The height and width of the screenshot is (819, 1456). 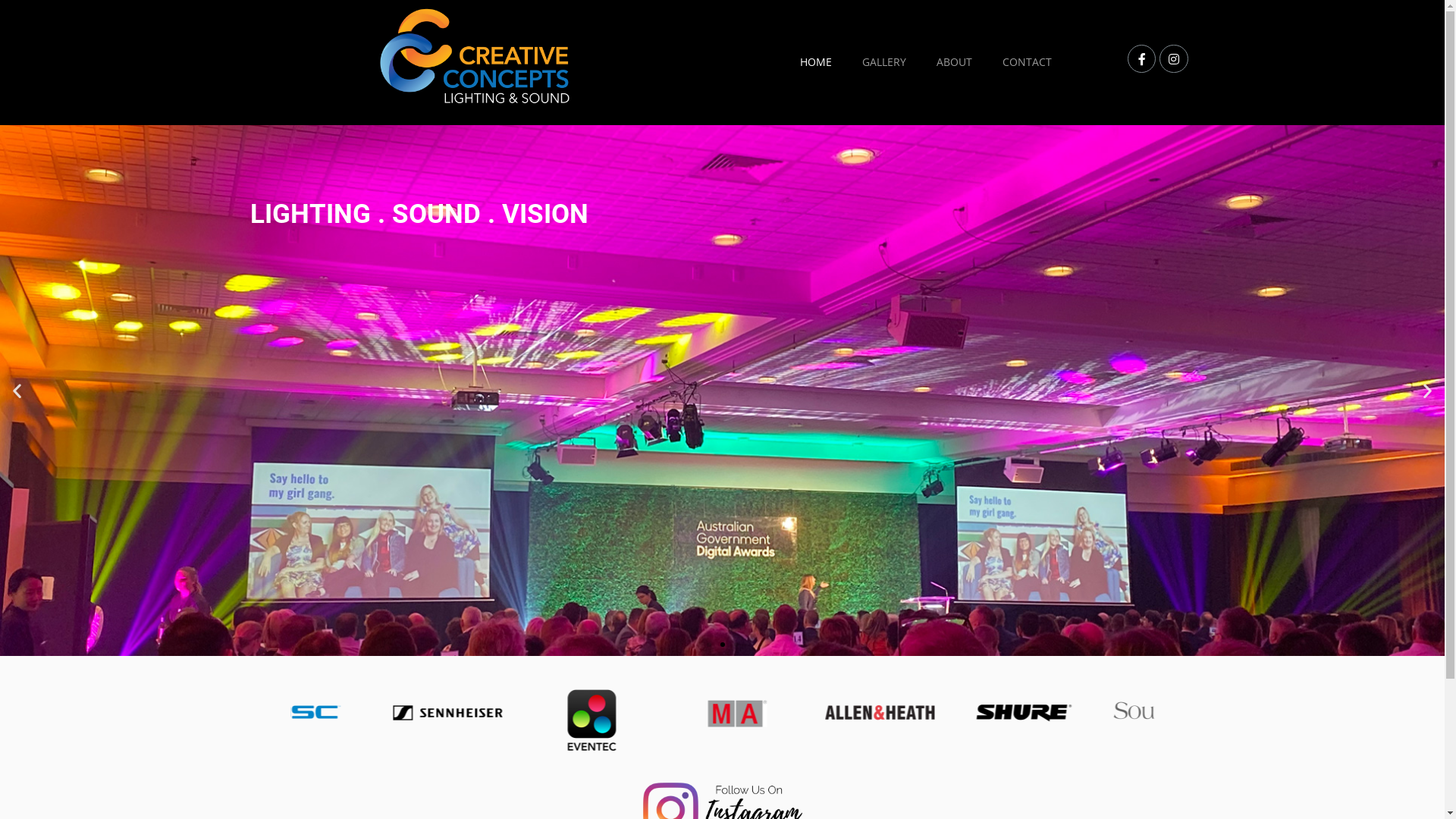 What do you see at coordinates (1027, 61) in the screenshot?
I see `'CONTACT'` at bounding box center [1027, 61].